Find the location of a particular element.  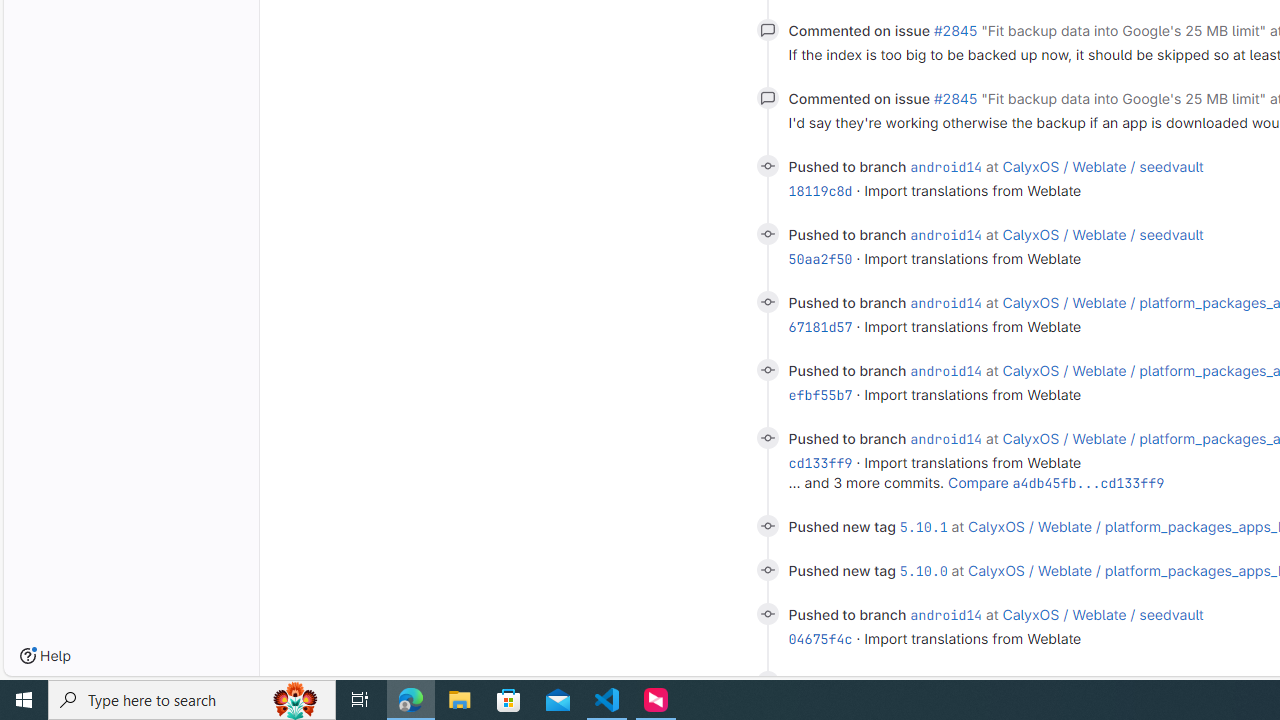

'5.10.0' is located at coordinates (922, 571).